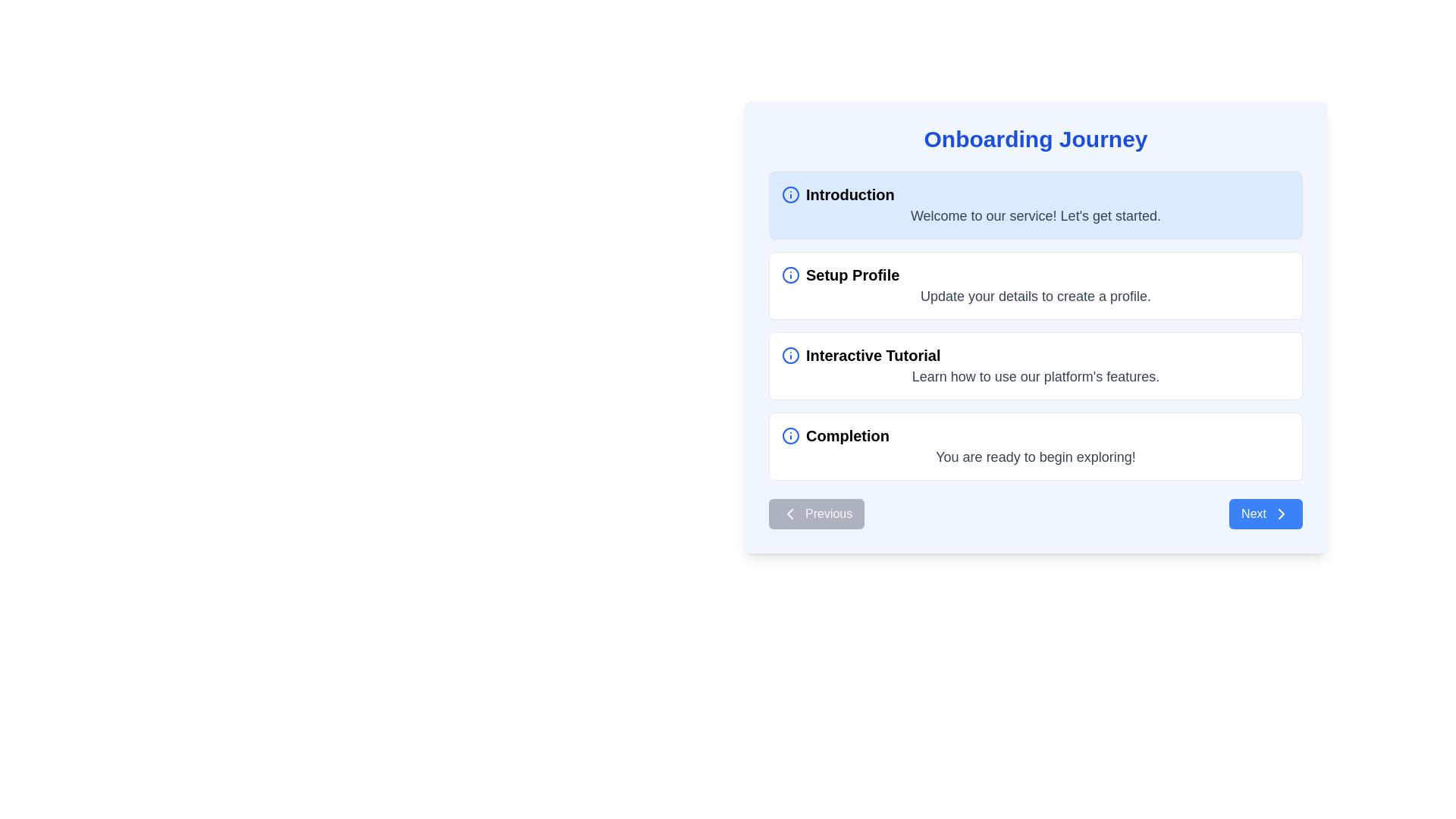 Image resolution: width=1456 pixels, height=819 pixels. Describe the element at coordinates (1280, 513) in the screenshot. I see `the SVG icon element that visually indicates the 'Next' button's purpose, located at the bottom-right corner of the interface` at that location.